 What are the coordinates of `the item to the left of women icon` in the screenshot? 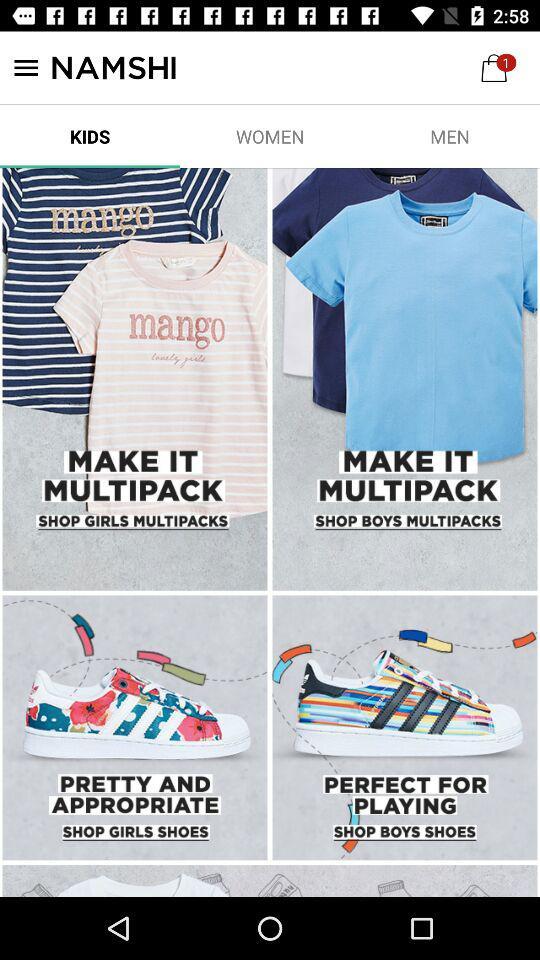 It's located at (89, 135).